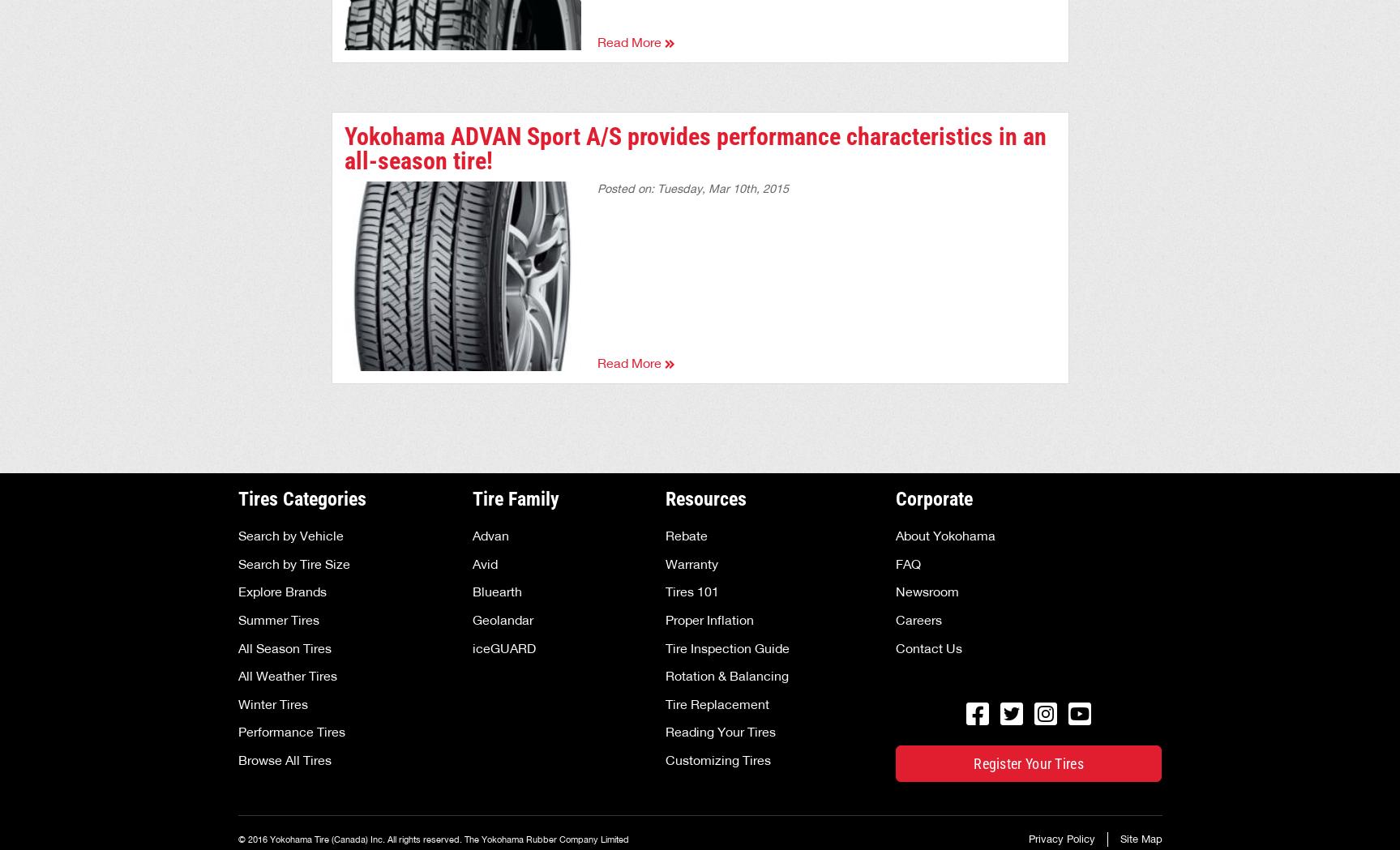  I want to click on 'iceGUARD', so click(503, 647).